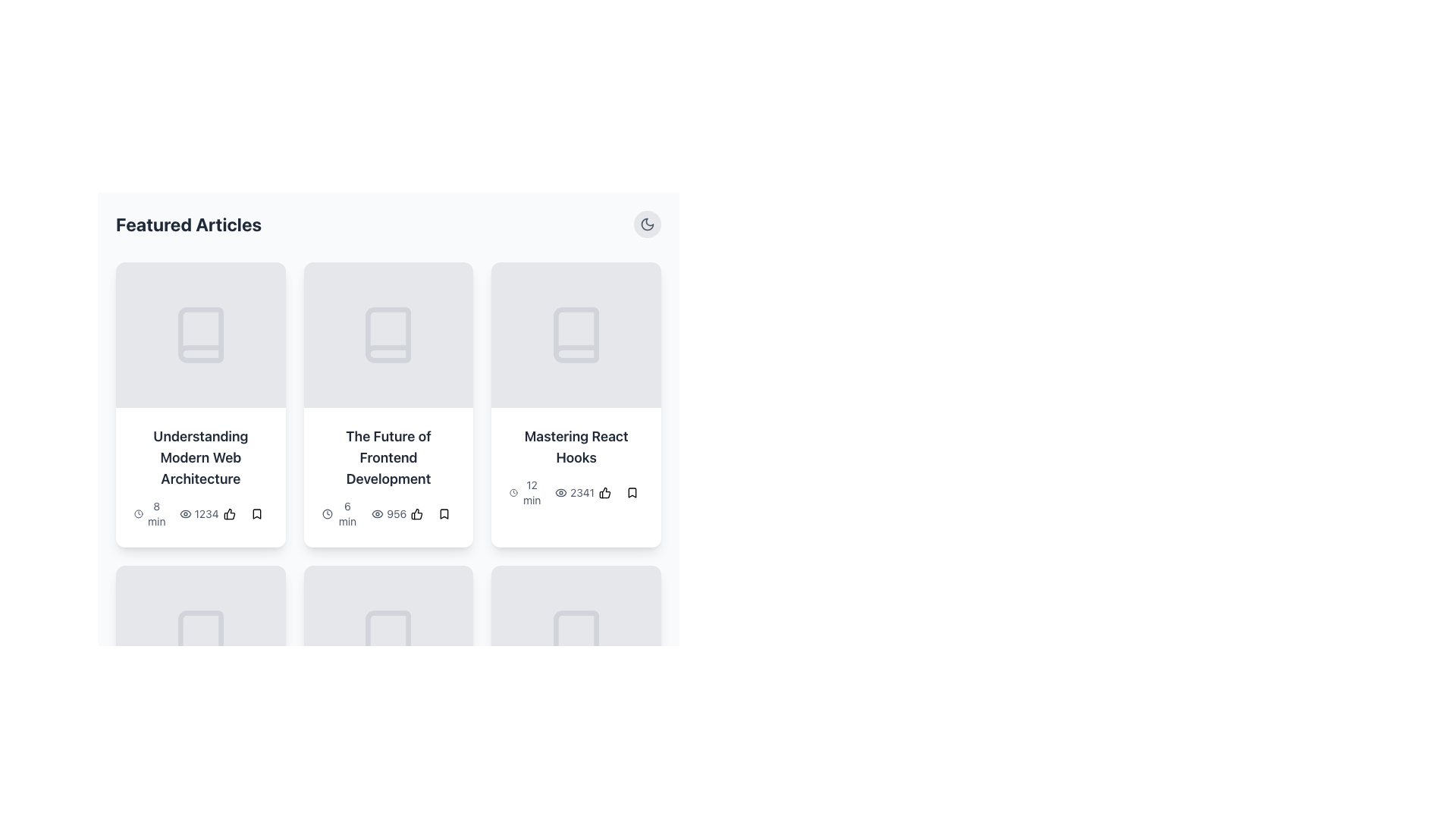 Image resolution: width=1456 pixels, height=819 pixels. I want to click on the bookmark icon located at the bottom-right corner of the article card titled 'Mastering React Hooks', so click(632, 493).